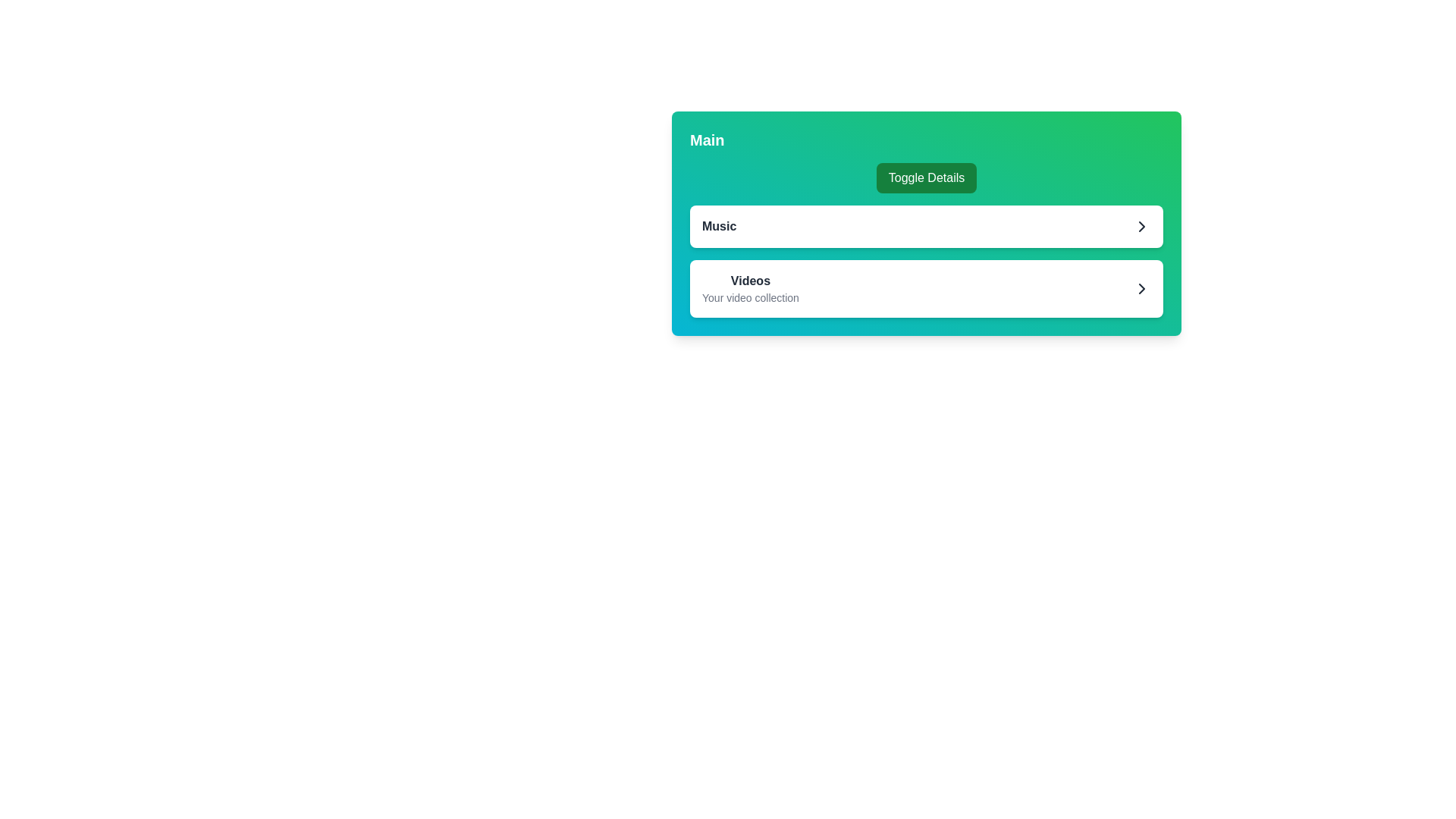 Image resolution: width=1456 pixels, height=819 pixels. Describe the element at coordinates (750, 298) in the screenshot. I see `static text element that displays 'Your video collection', located beneath the bold title 'Videos' in the Videos section` at that location.